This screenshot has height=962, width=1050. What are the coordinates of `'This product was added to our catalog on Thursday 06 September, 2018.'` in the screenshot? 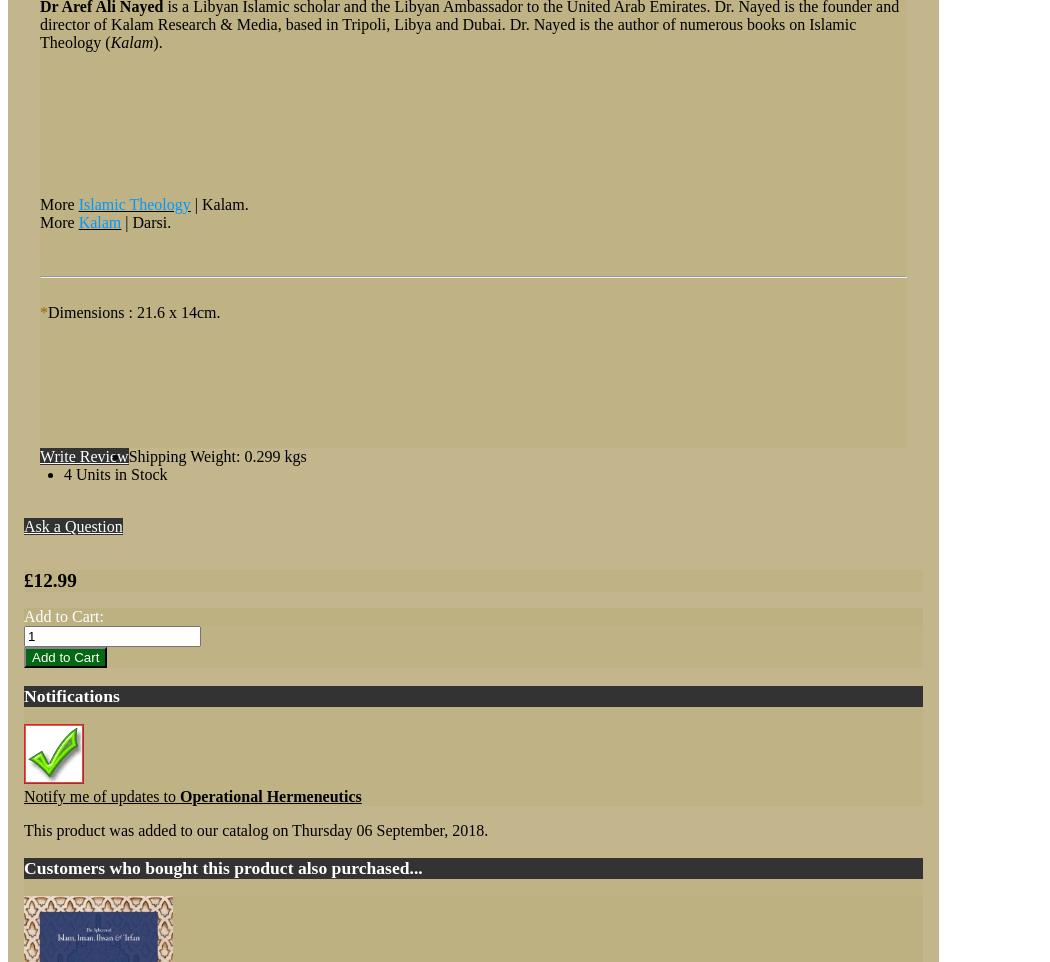 It's located at (255, 830).